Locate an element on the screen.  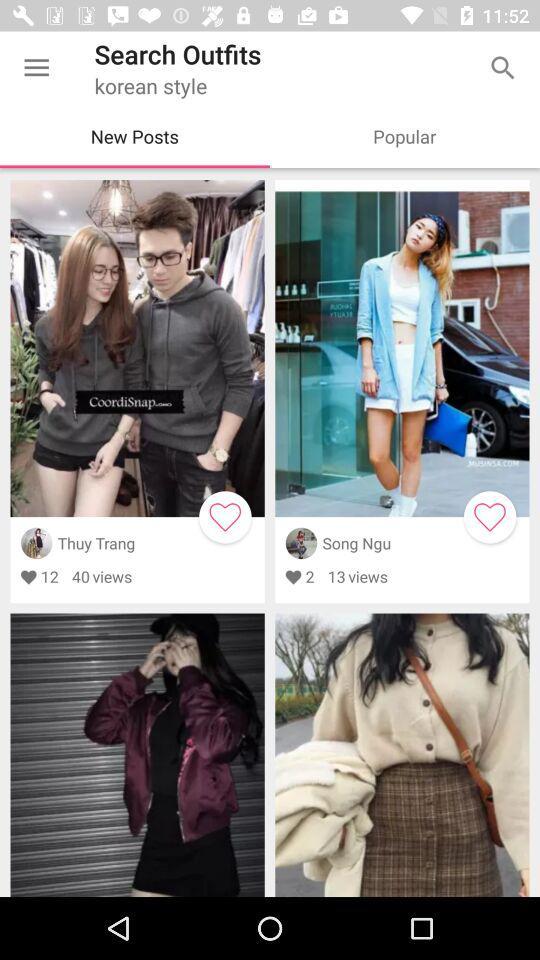
like/unlike post is located at coordinates (224, 516).